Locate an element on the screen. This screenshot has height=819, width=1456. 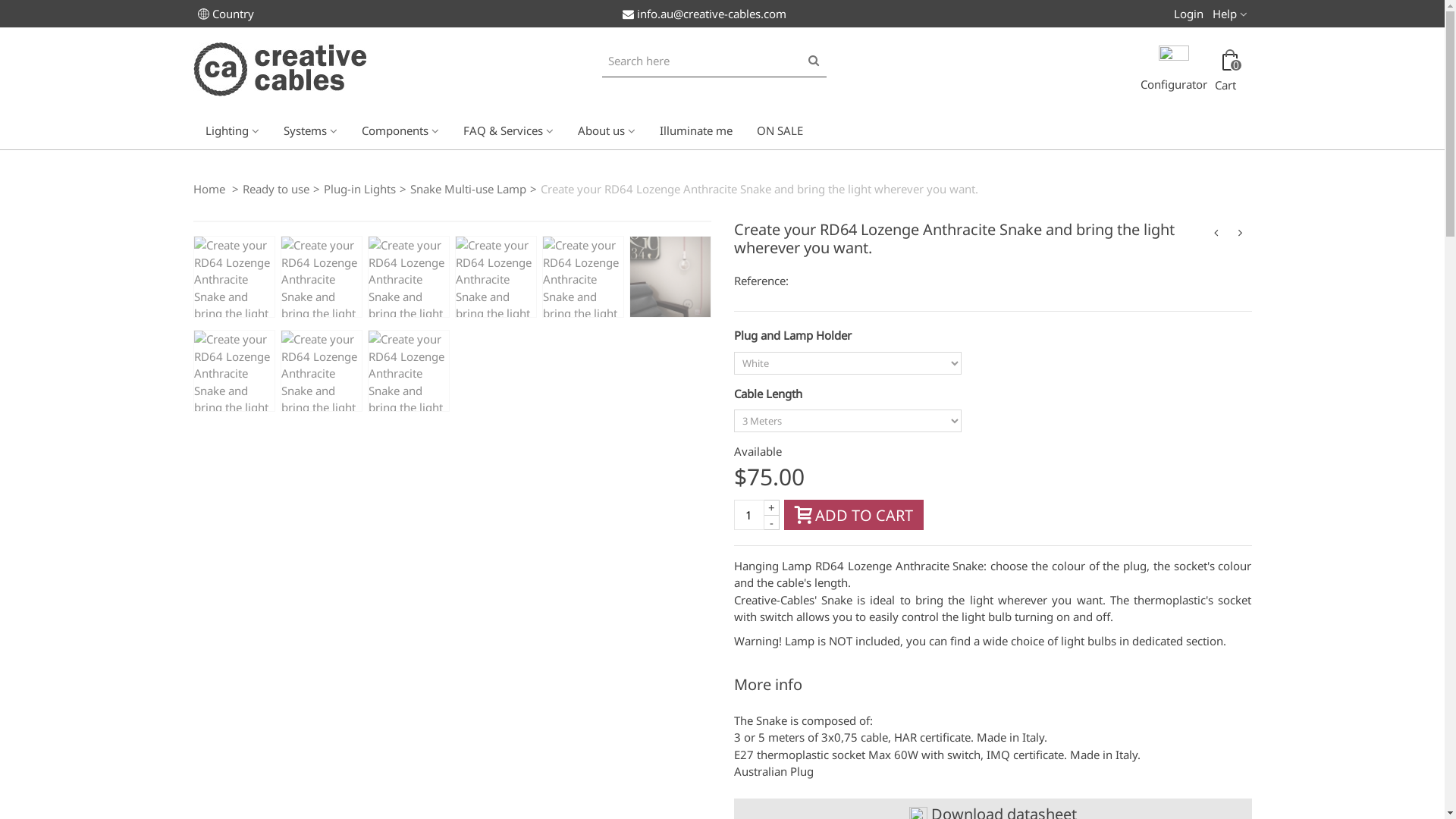
'0 is located at coordinates (1228, 71).